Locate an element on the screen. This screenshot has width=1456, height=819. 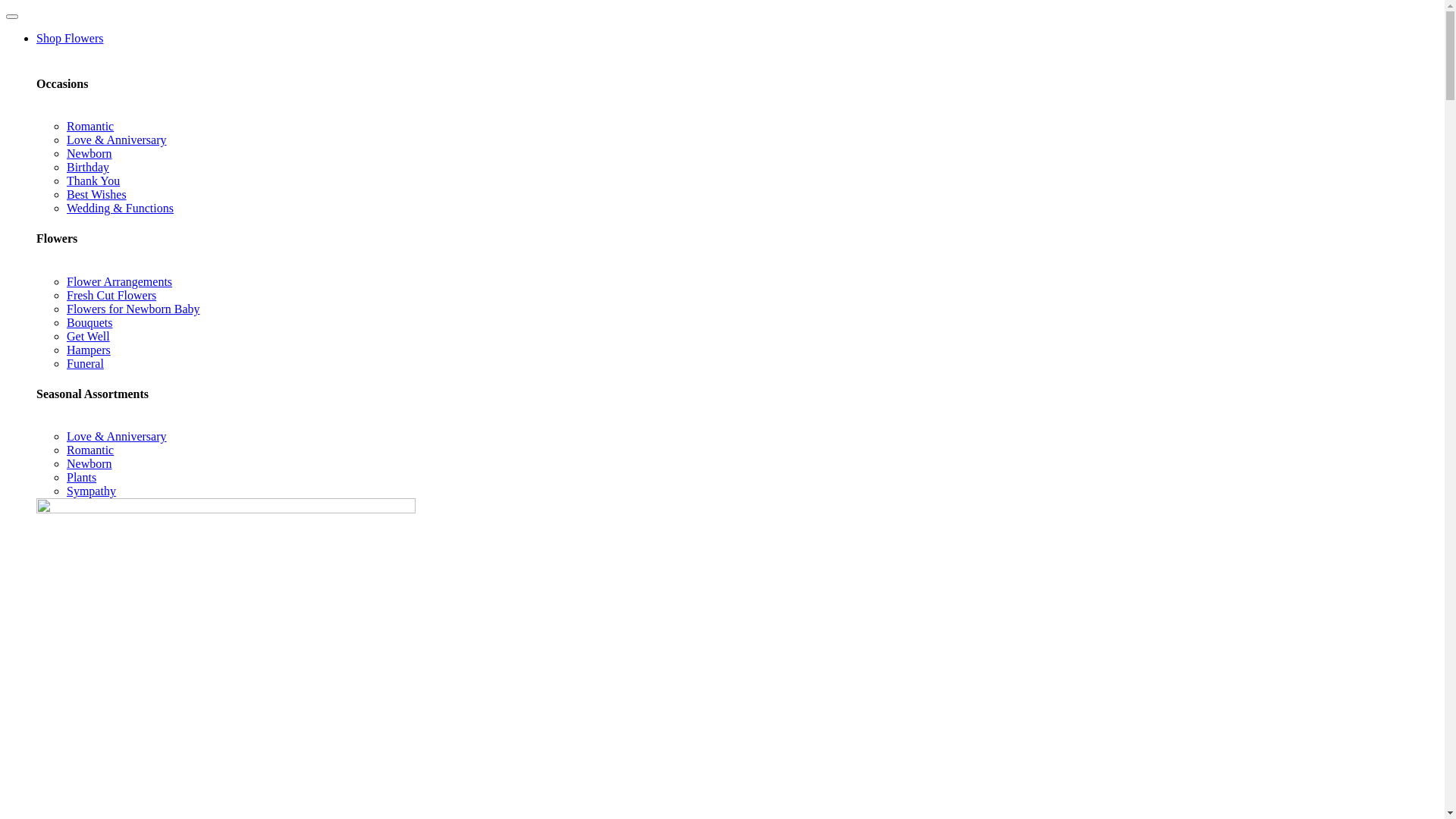
'Fresh Cut Flowers' is located at coordinates (111, 295).